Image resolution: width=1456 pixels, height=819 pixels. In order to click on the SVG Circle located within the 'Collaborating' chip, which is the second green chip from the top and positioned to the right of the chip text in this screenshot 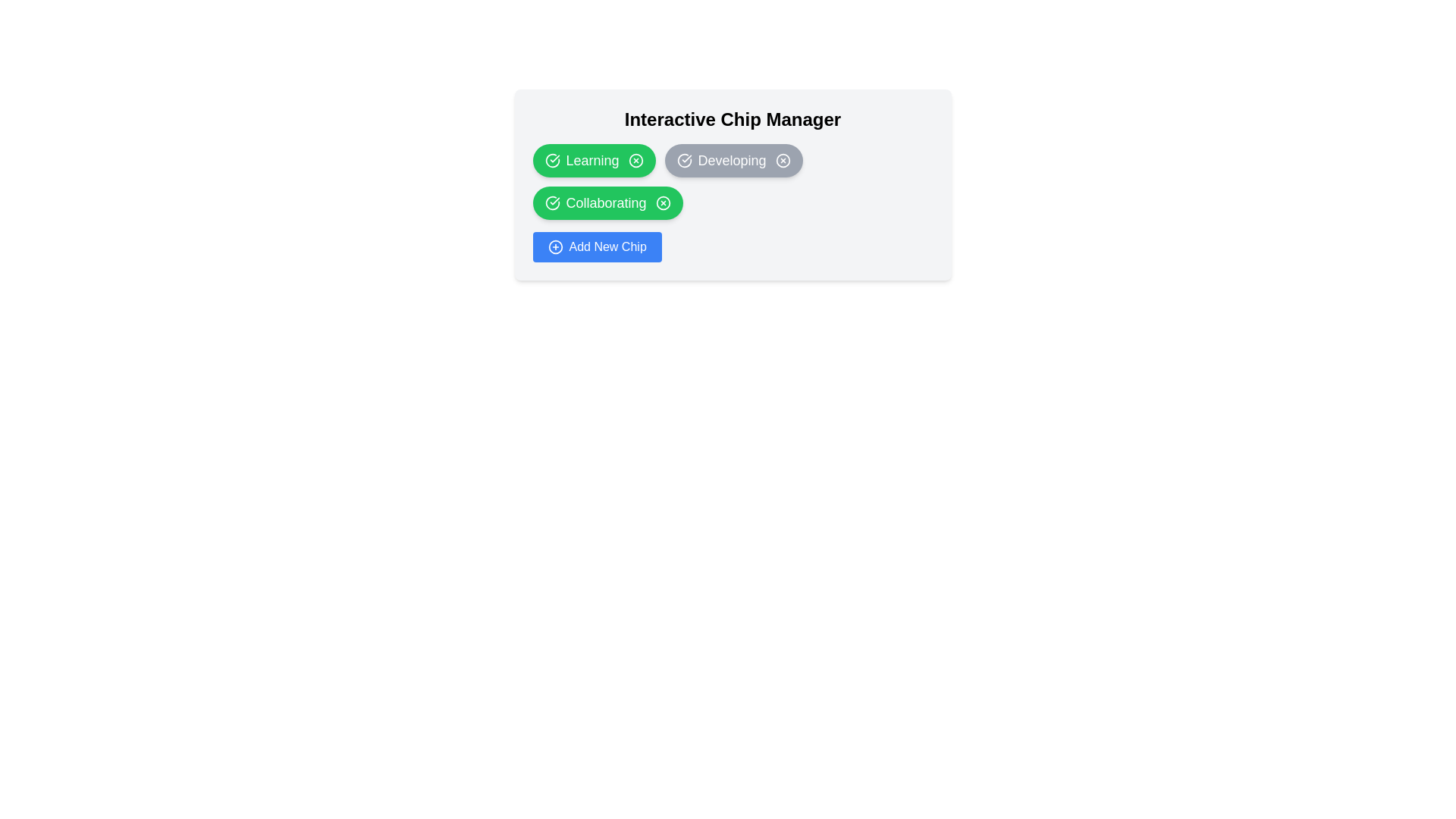, I will do `click(663, 202)`.